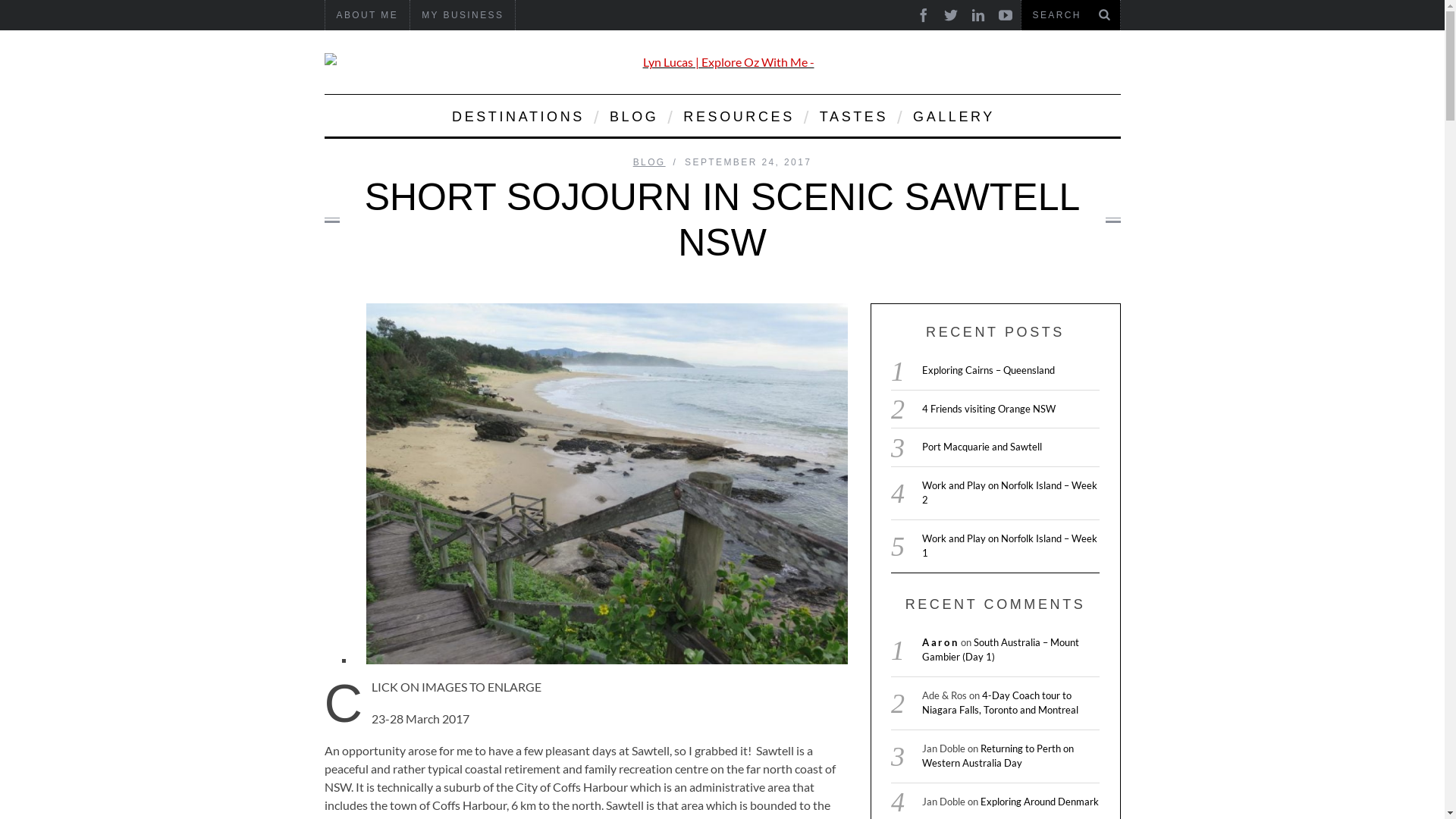 Image resolution: width=1456 pixels, height=819 pixels. What do you see at coordinates (410, 14) in the screenshot?
I see `'MY BUSINESS'` at bounding box center [410, 14].